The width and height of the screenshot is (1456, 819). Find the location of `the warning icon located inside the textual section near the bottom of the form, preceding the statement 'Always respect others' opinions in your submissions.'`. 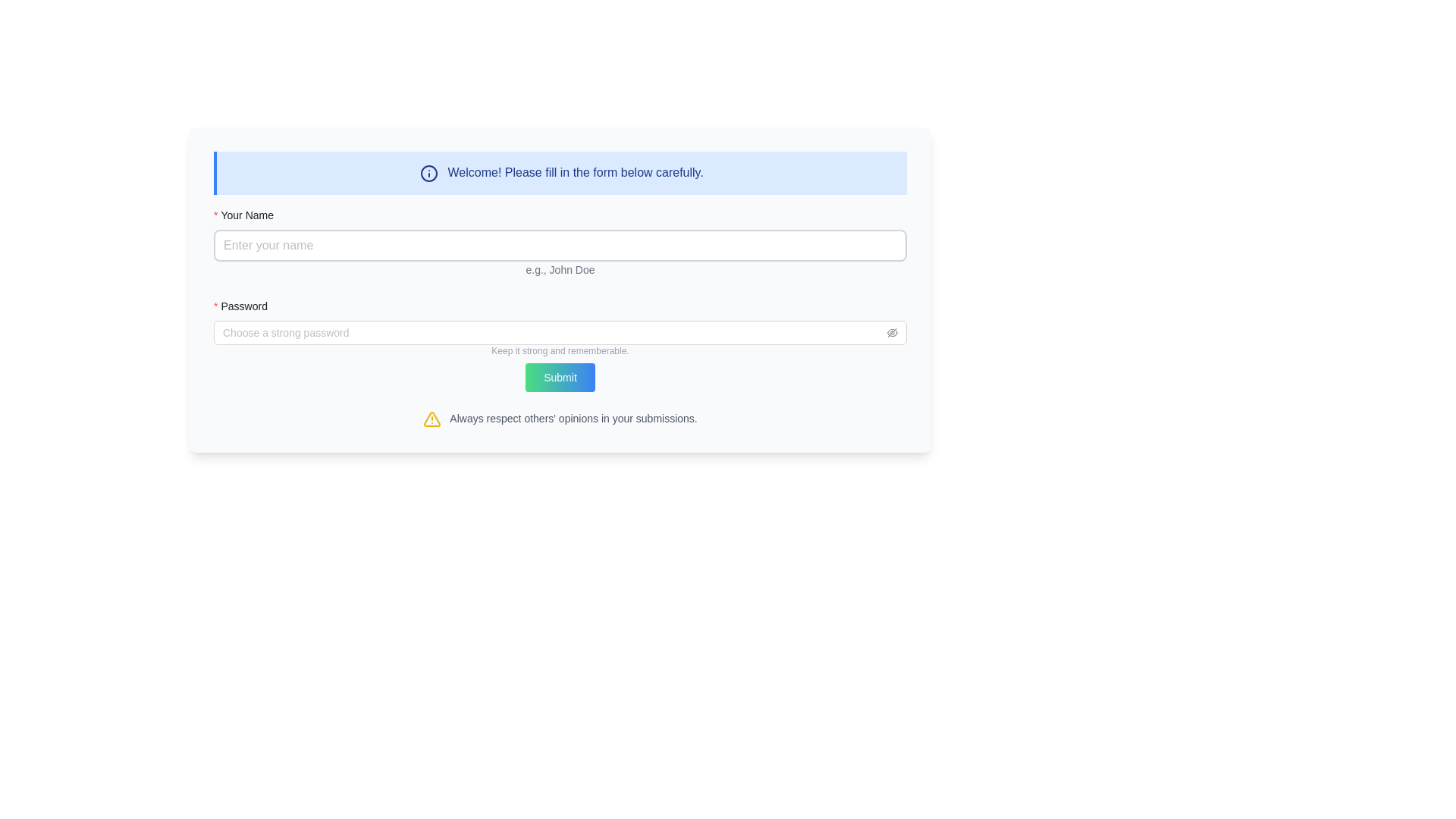

the warning icon located inside the textual section near the bottom of the form, preceding the statement 'Always respect others' opinions in your submissions.' is located at coordinates (431, 419).